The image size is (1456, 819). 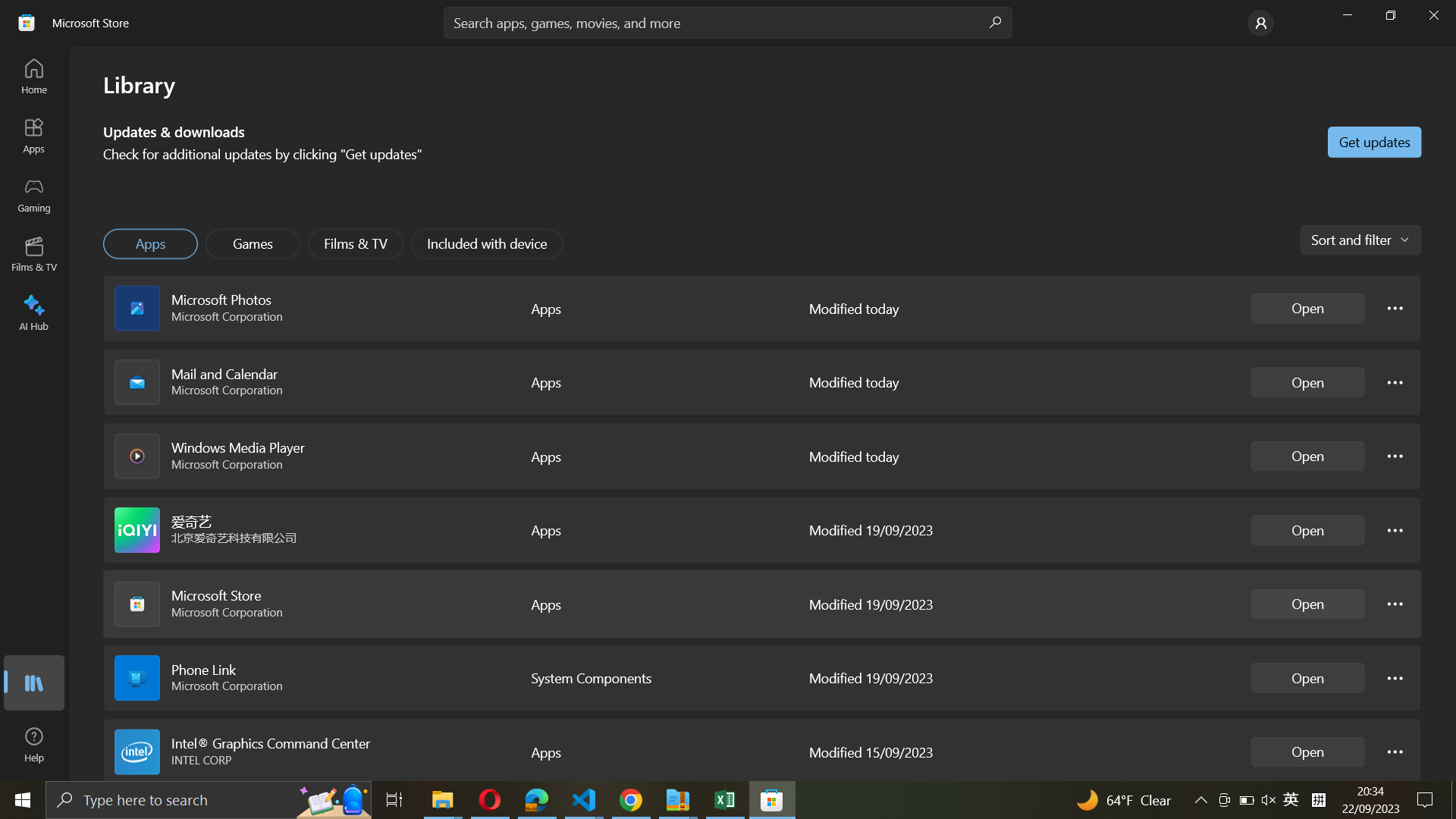 What do you see at coordinates (1395, 379) in the screenshot?
I see `Mail and calendar options` at bounding box center [1395, 379].